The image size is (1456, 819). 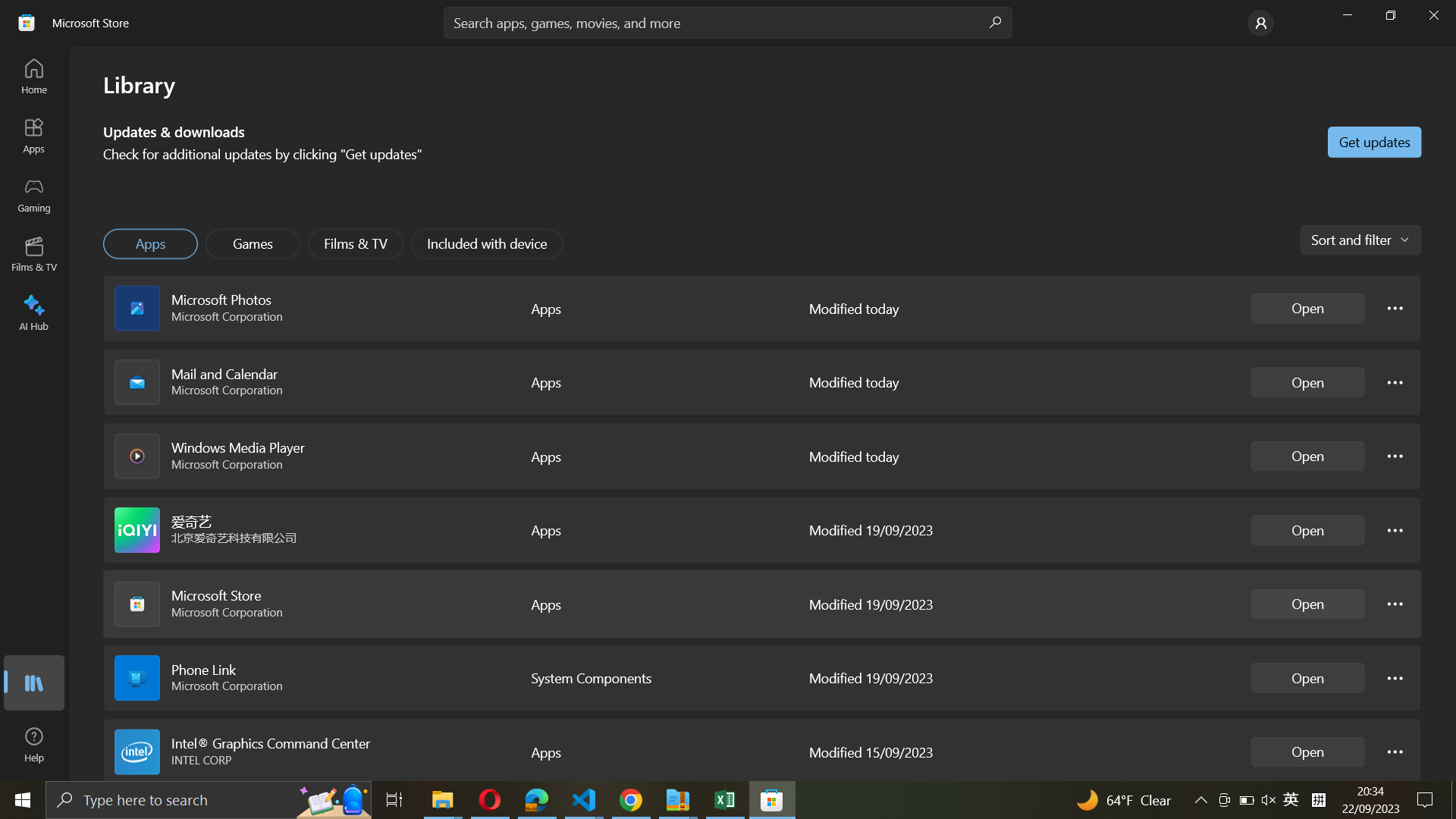 What do you see at coordinates (1395, 379) in the screenshot?
I see `Mail and calendar options` at bounding box center [1395, 379].